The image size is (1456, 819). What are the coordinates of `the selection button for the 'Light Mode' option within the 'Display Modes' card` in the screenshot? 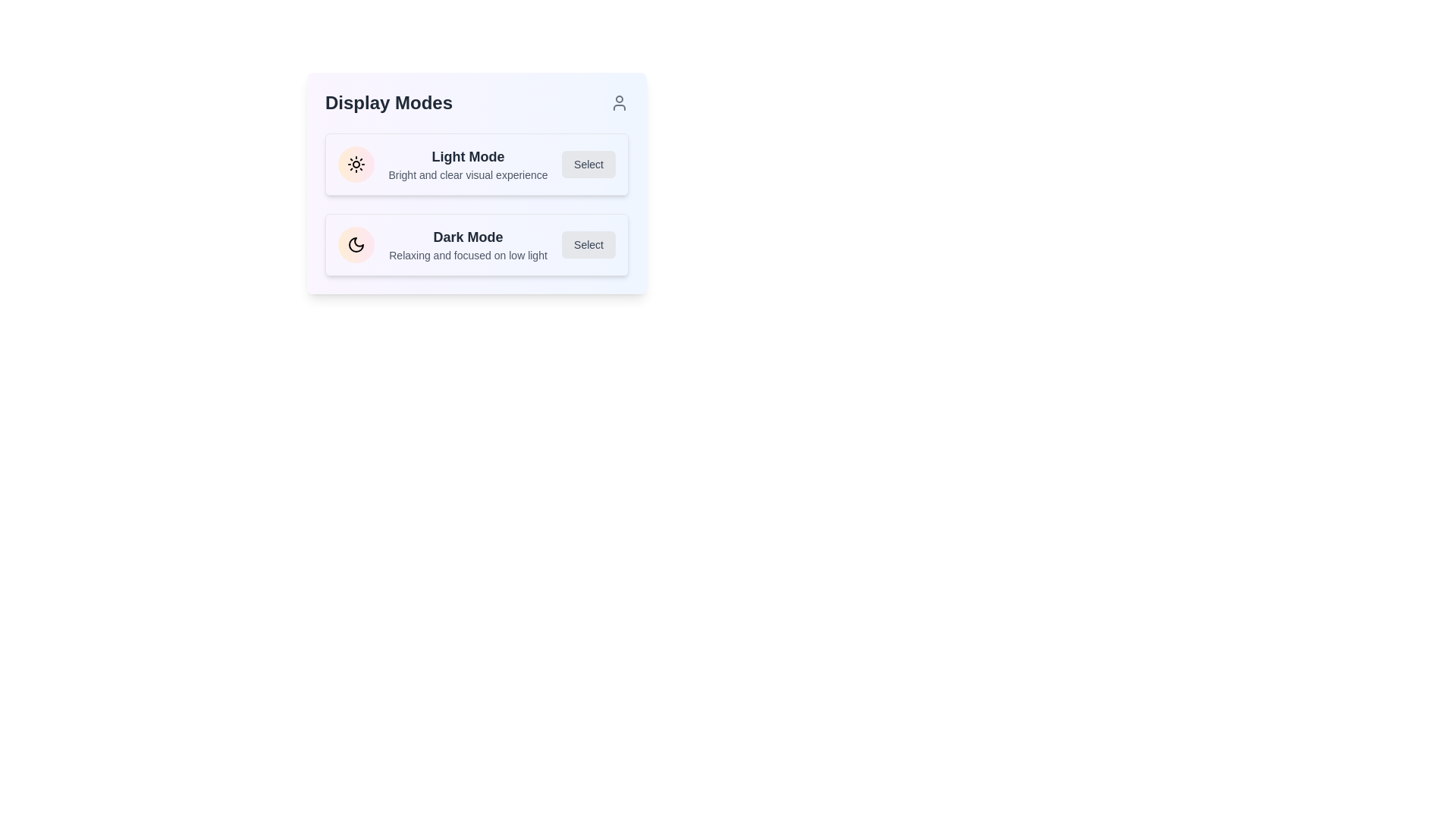 It's located at (588, 164).